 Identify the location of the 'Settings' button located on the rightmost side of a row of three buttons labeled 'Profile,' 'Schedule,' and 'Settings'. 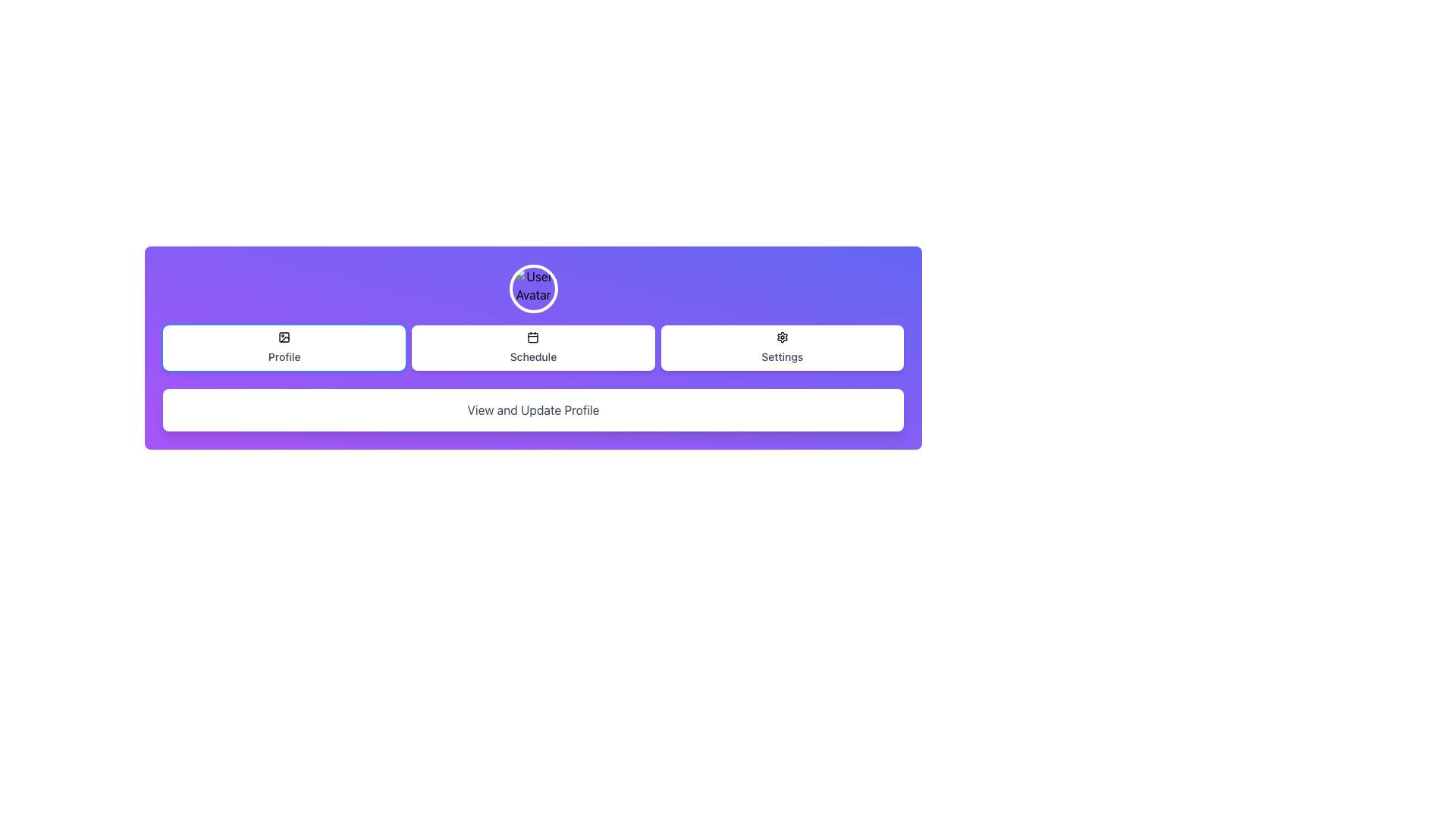
(782, 348).